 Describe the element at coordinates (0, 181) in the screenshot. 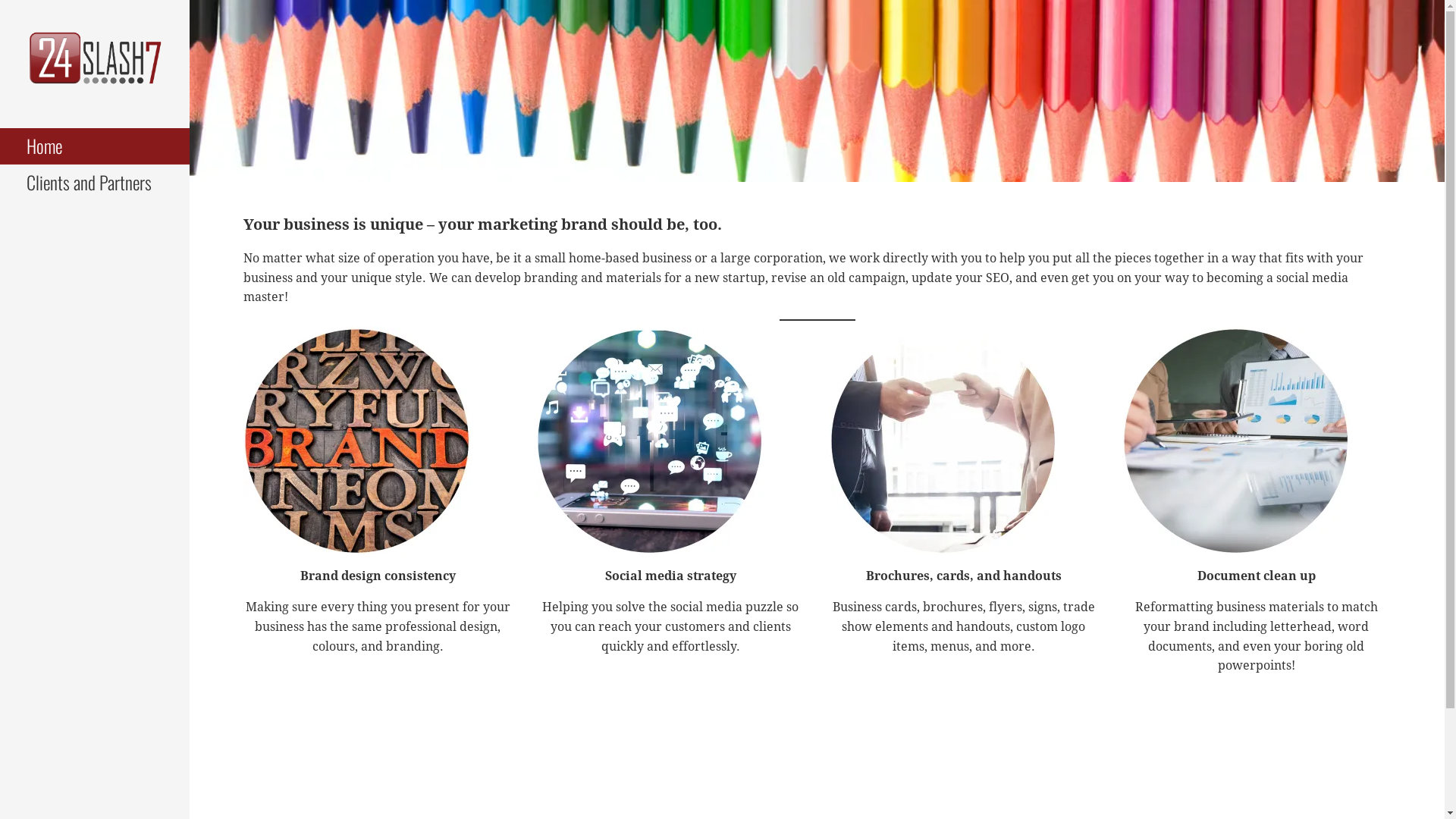

I see `'Clients and Partners'` at that location.